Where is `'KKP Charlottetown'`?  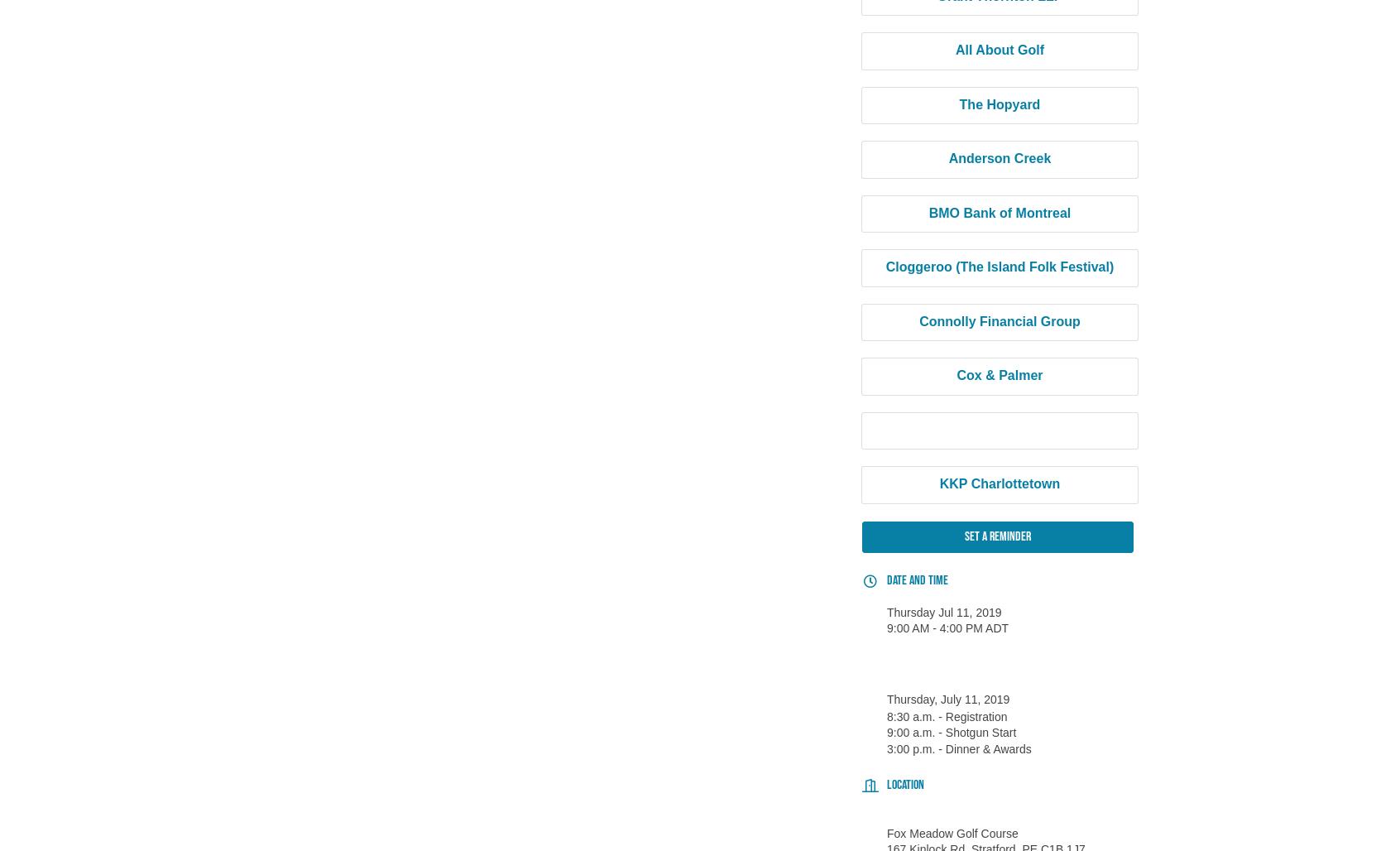 'KKP Charlottetown' is located at coordinates (999, 483).